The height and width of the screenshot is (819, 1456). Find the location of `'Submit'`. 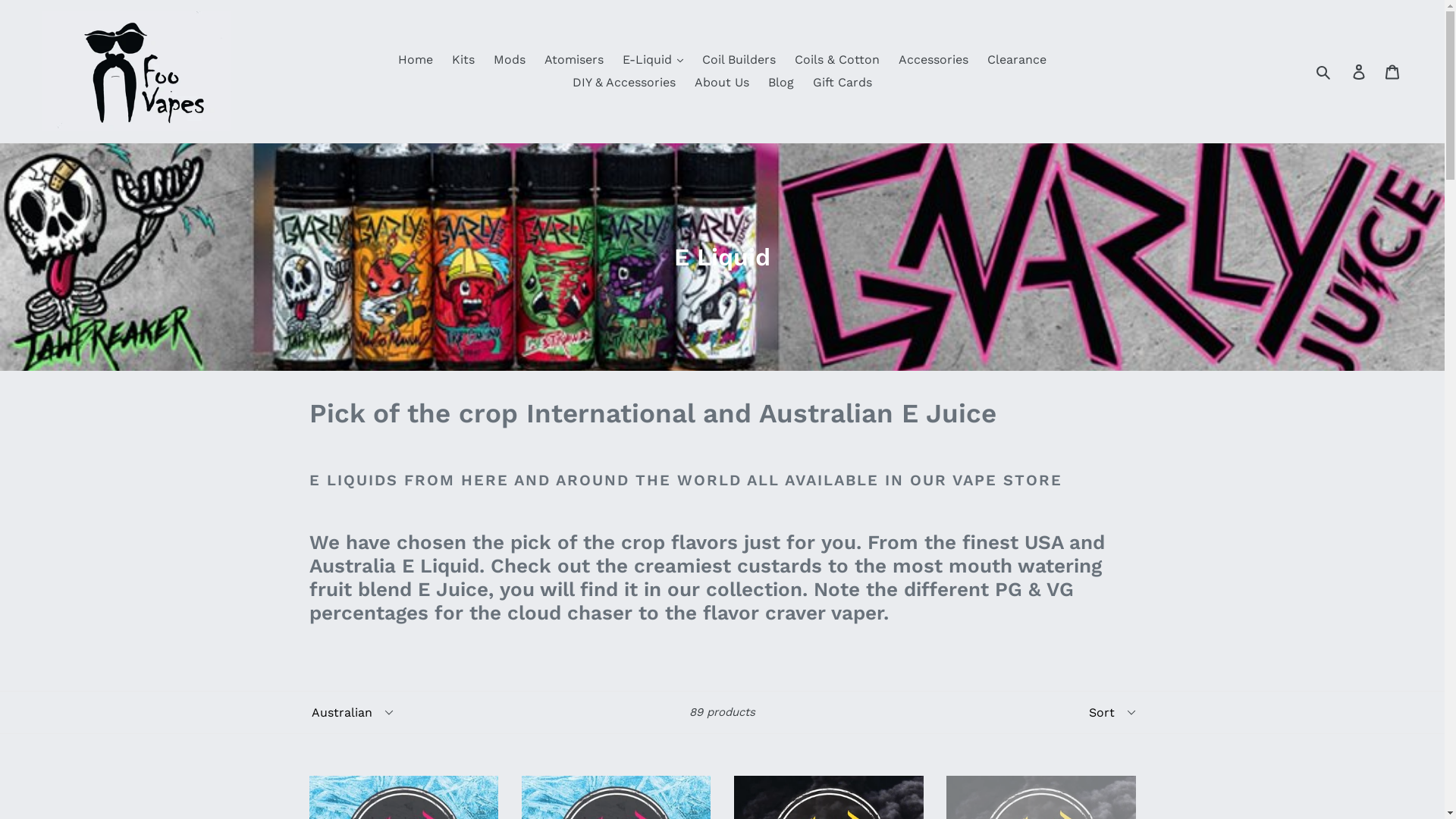

'Submit' is located at coordinates (1323, 71).